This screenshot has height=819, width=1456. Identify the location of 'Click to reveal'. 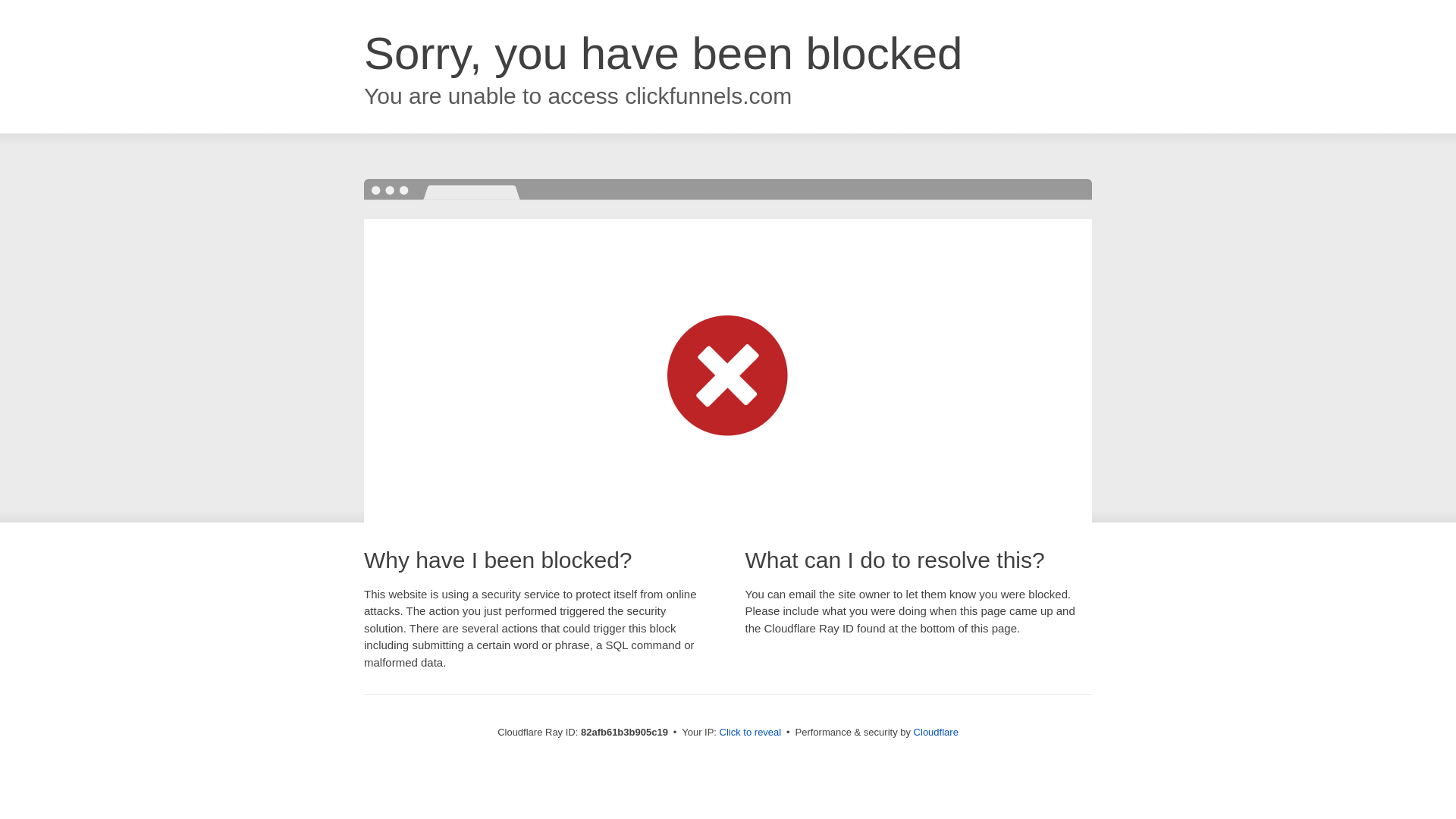
(750, 731).